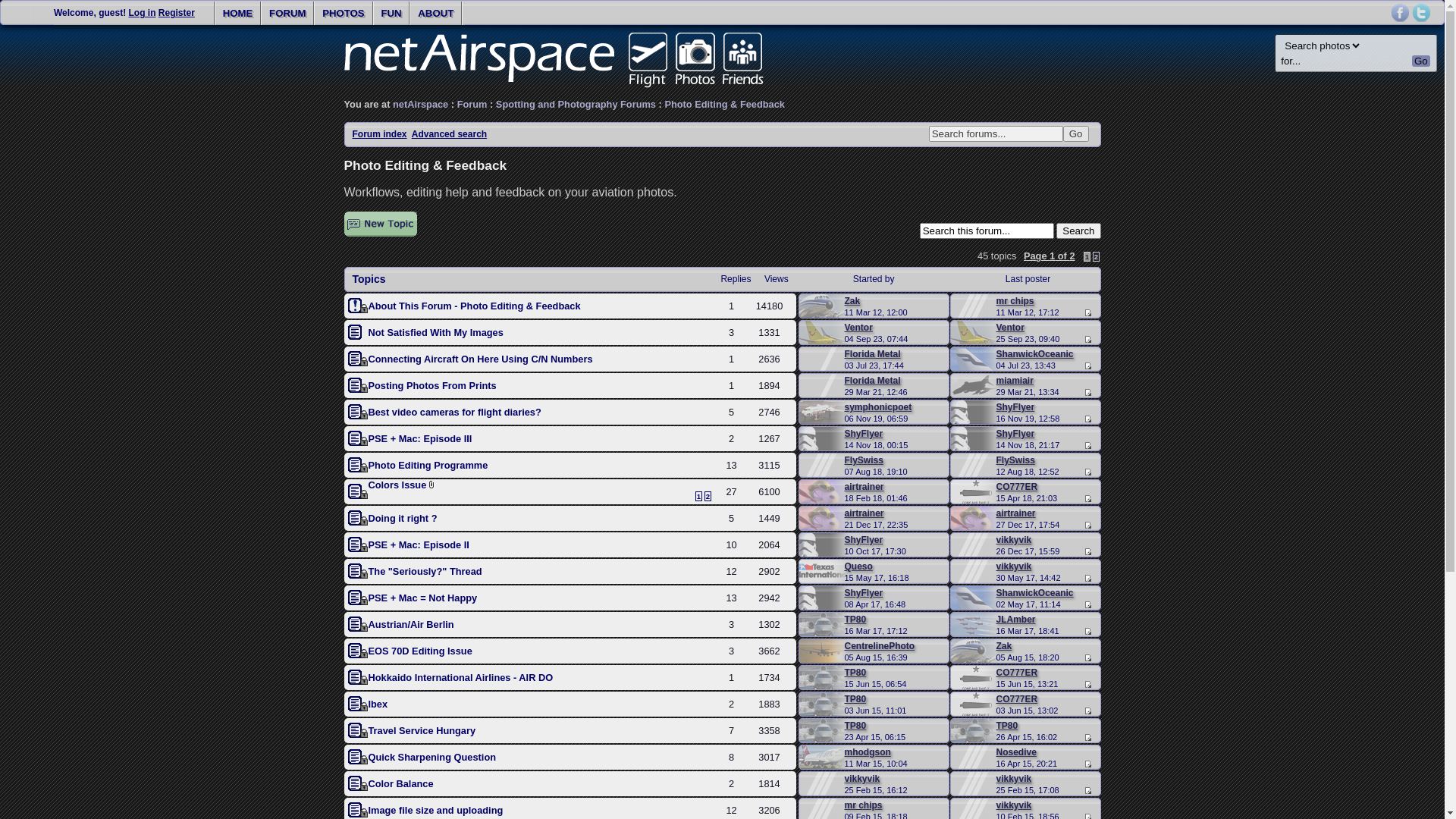  What do you see at coordinates (1086, 789) in the screenshot?
I see `'View the latest post'` at bounding box center [1086, 789].